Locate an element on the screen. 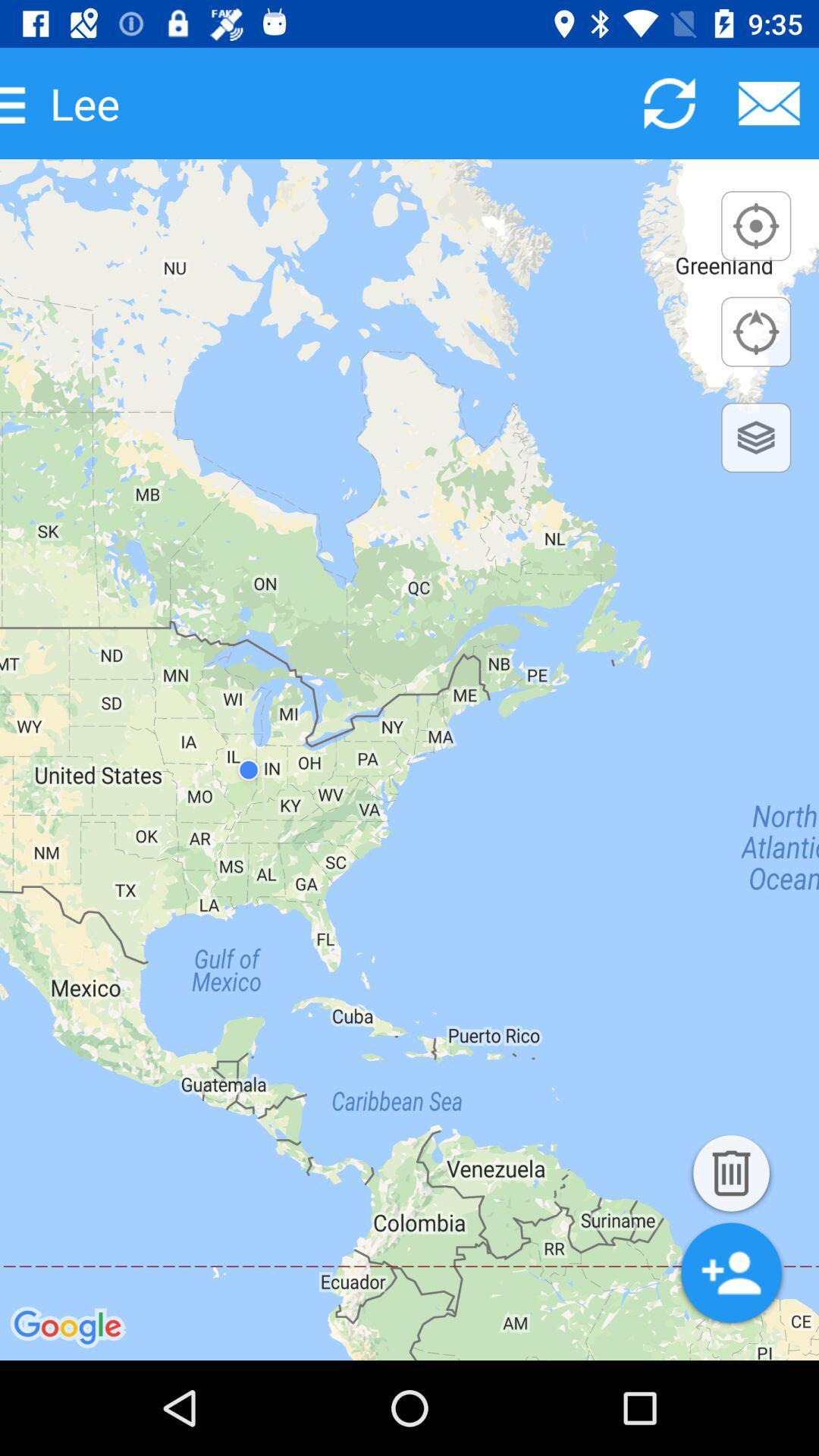  refresh page is located at coordinates (669, 102).